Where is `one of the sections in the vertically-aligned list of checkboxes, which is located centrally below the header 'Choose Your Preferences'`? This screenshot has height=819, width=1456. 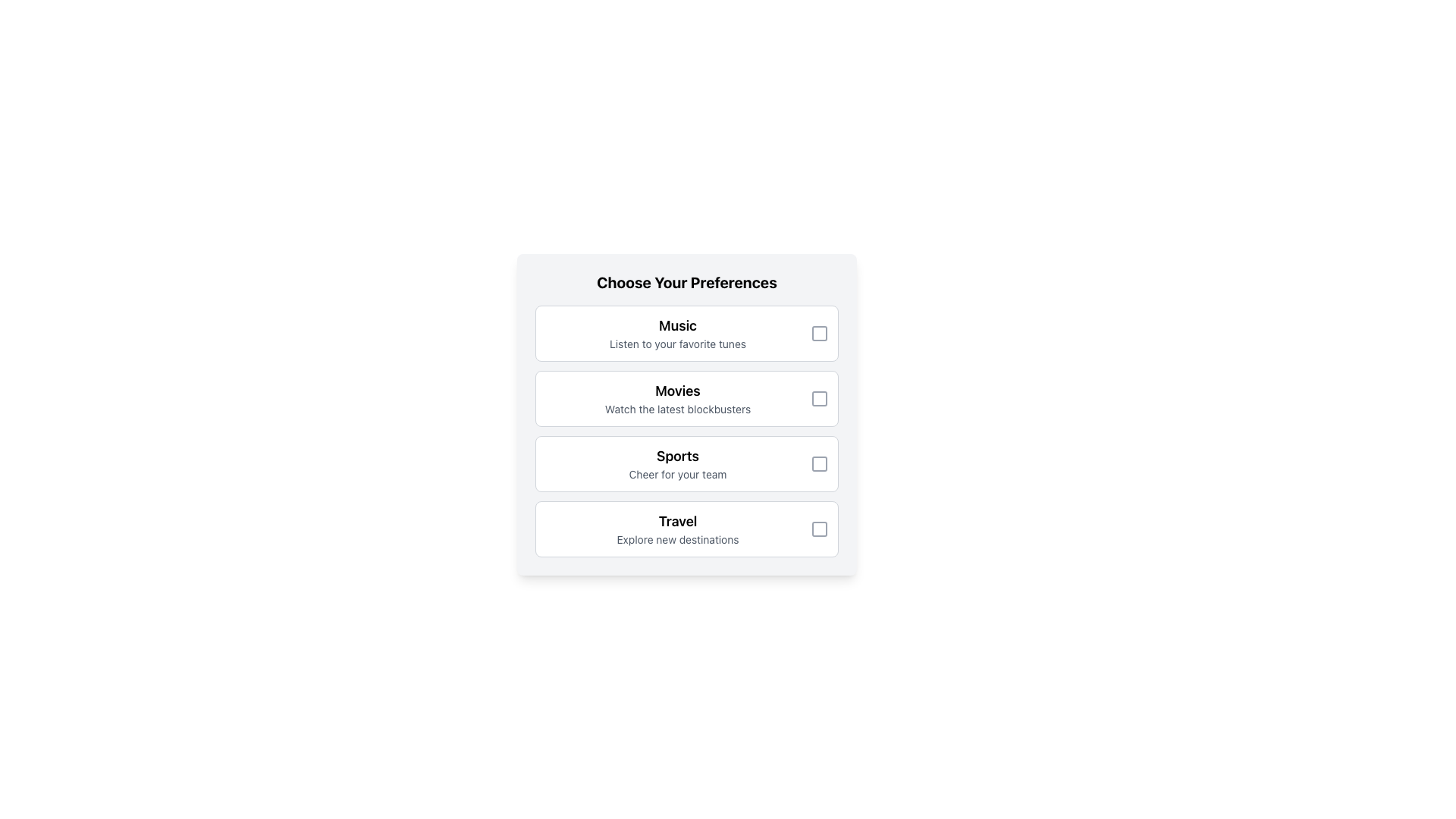 one of the sections in the vertically-aligned list of checkboxes, which is located centrally below the header 'Choose Your Preferences' is located at coordinates (686, 431).